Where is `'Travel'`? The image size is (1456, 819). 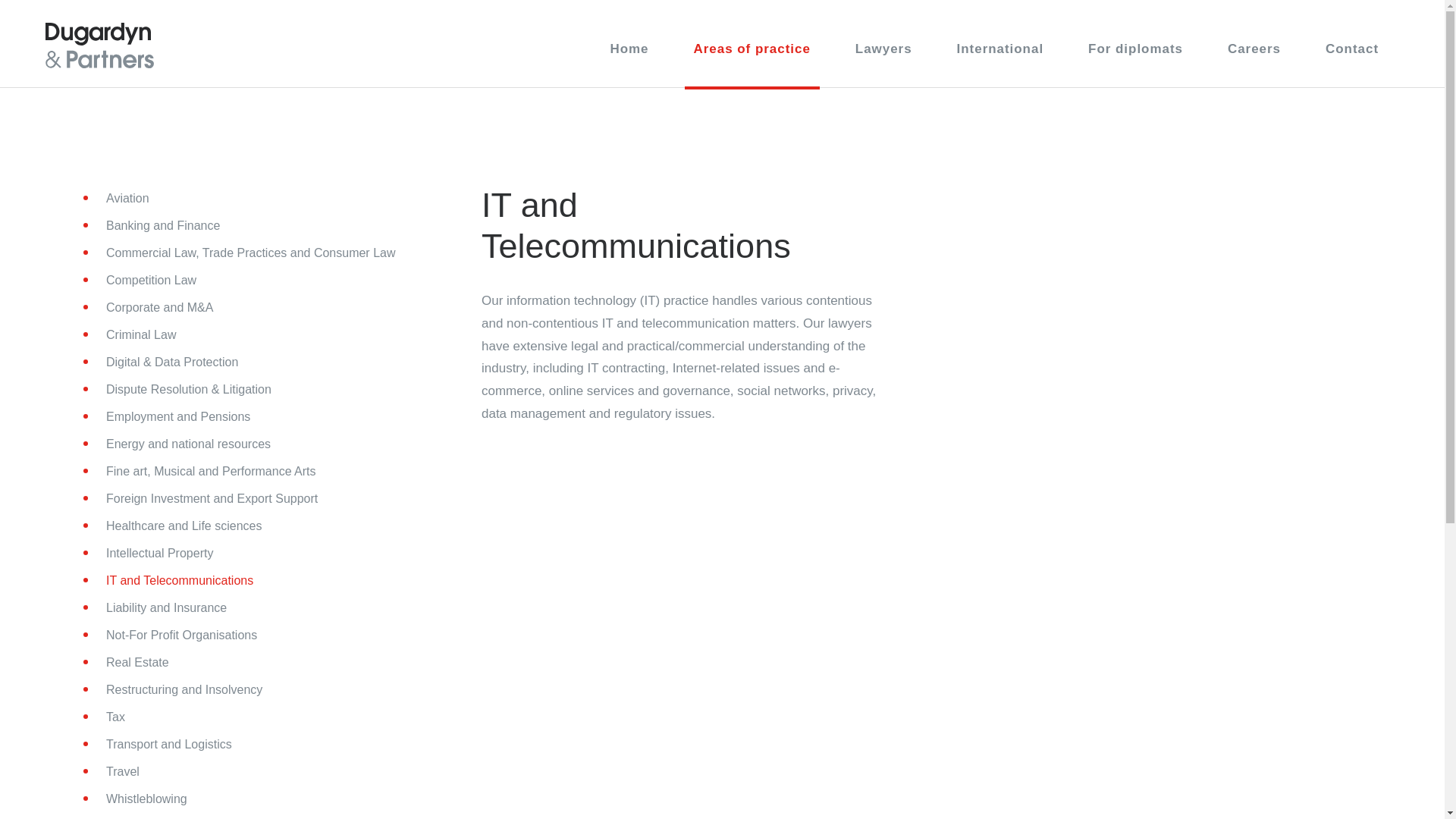
'Travel' is located at coordinates (111, 772).